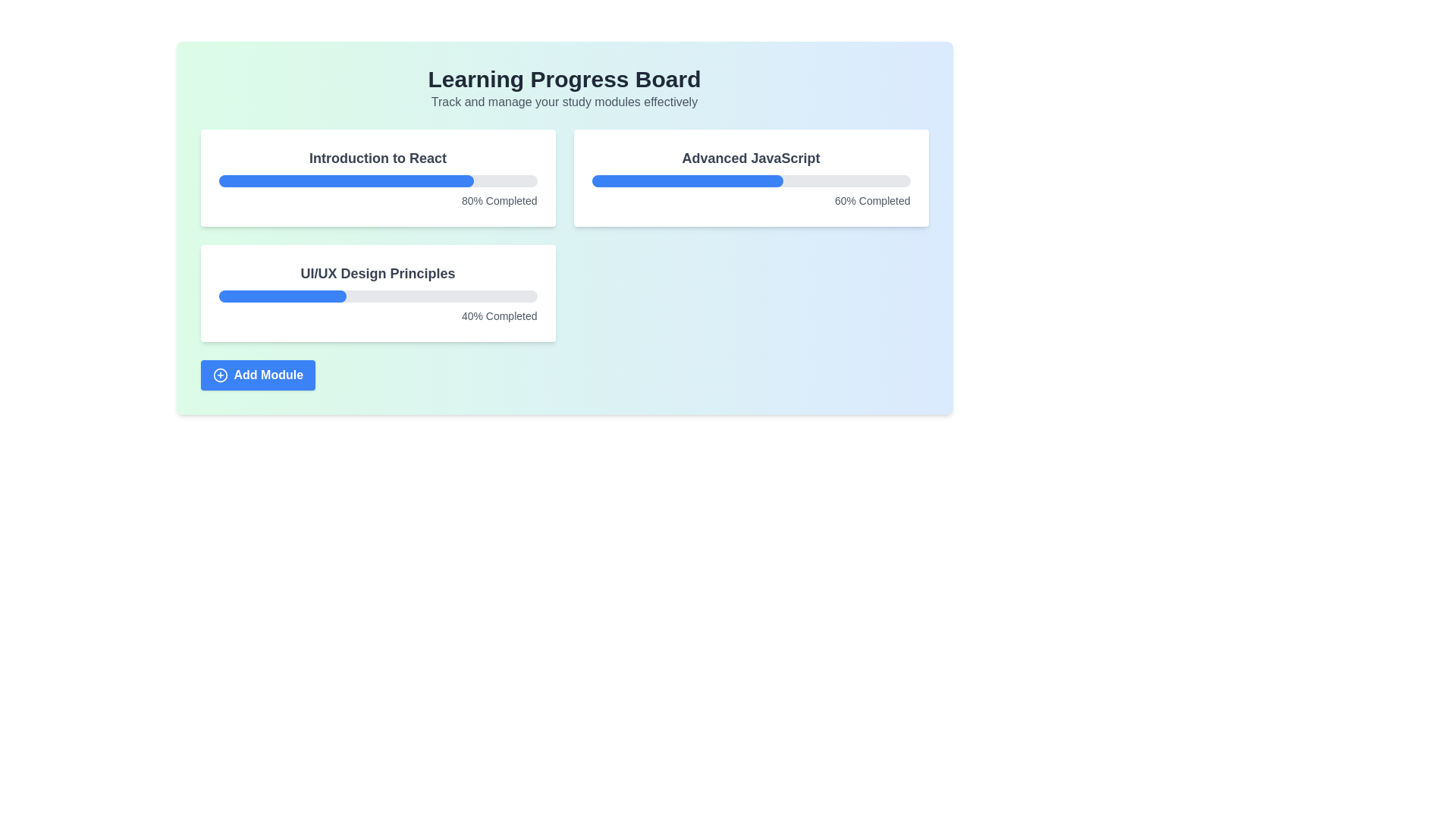  I want to click on the text label displaying 'Introduction to React', which is styled prominently and located at the top of the learning module card on the left side of the dashboard, so click(378, 158).